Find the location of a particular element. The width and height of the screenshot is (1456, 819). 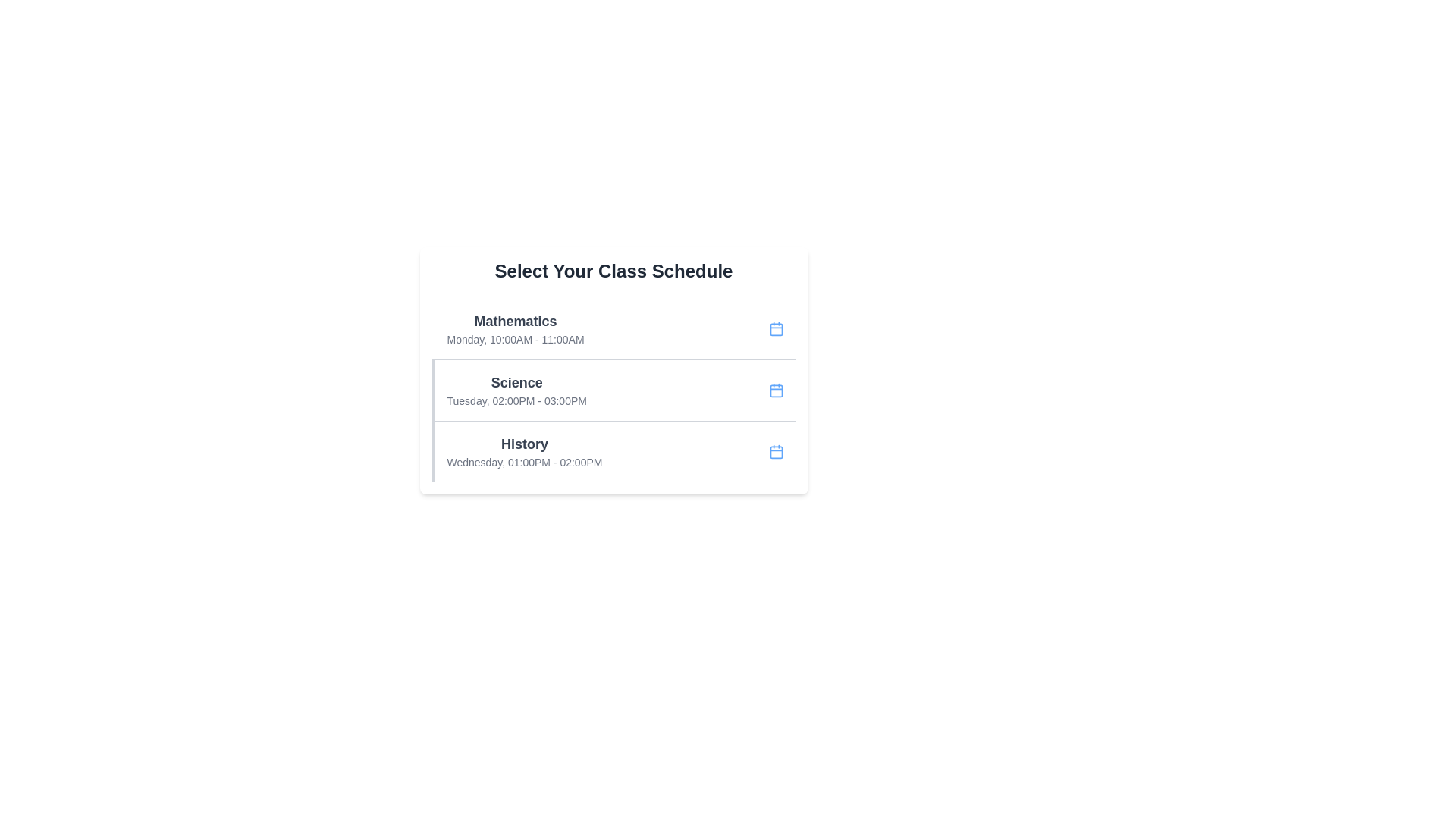

the innermost part of the calendar icon associated with the 'Science' entry in the list is located at coordinates (776, 390).